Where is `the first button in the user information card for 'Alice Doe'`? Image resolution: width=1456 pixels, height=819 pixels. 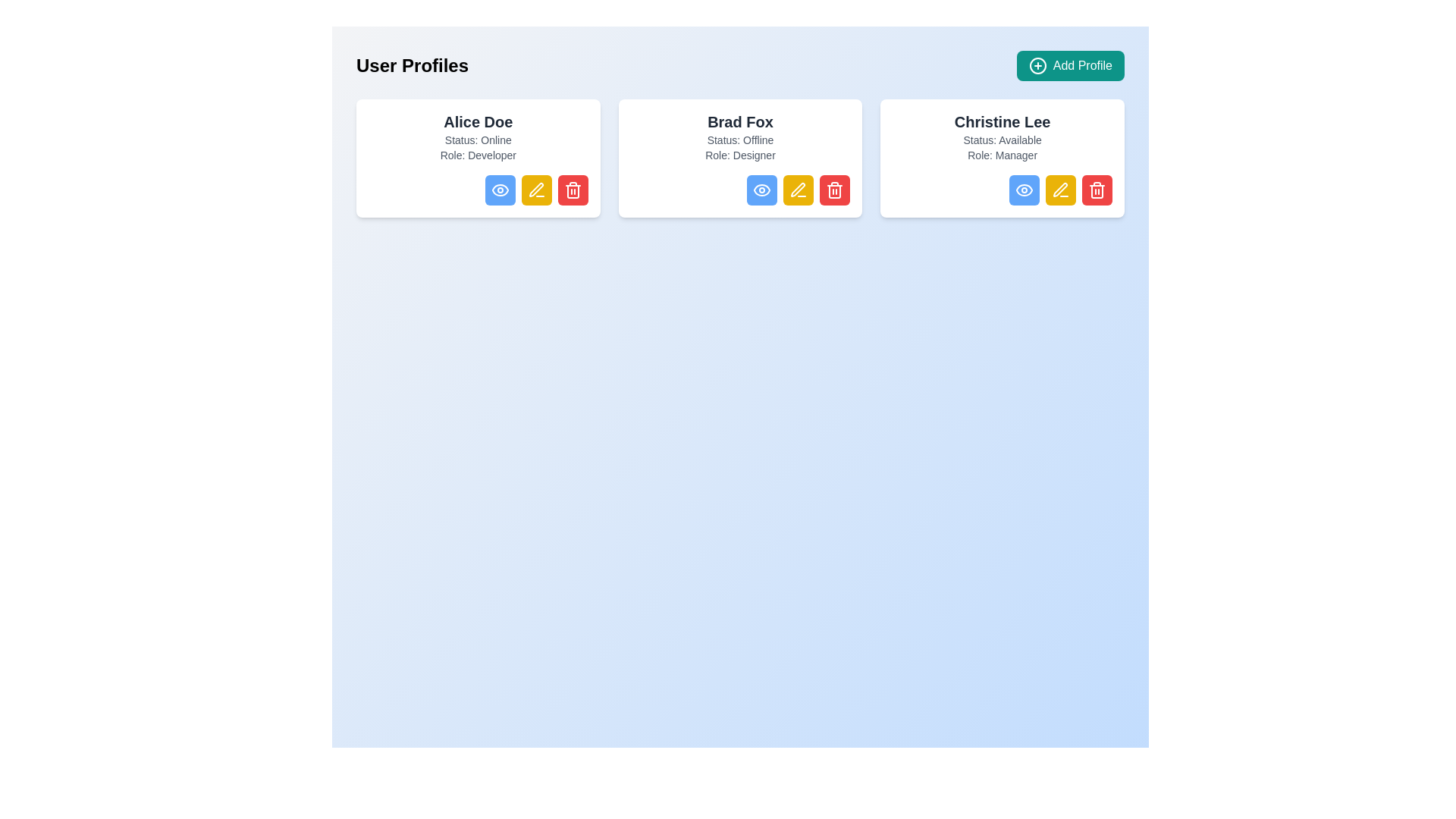 the first button in the user information card for 'Alice Doe' is located at coordinates (477, 189).